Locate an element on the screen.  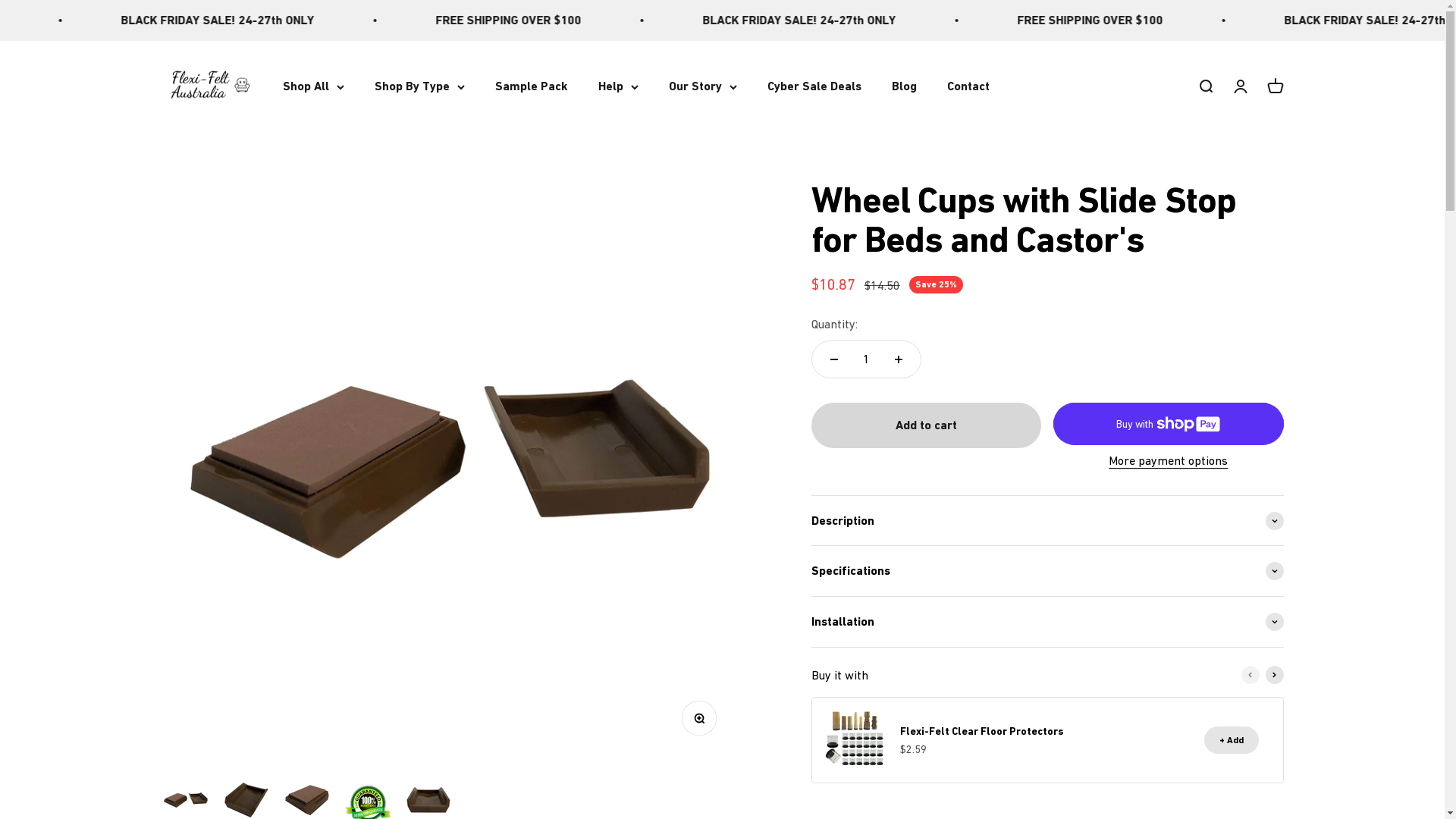
'Blog' is located at coordinates (892, 86).